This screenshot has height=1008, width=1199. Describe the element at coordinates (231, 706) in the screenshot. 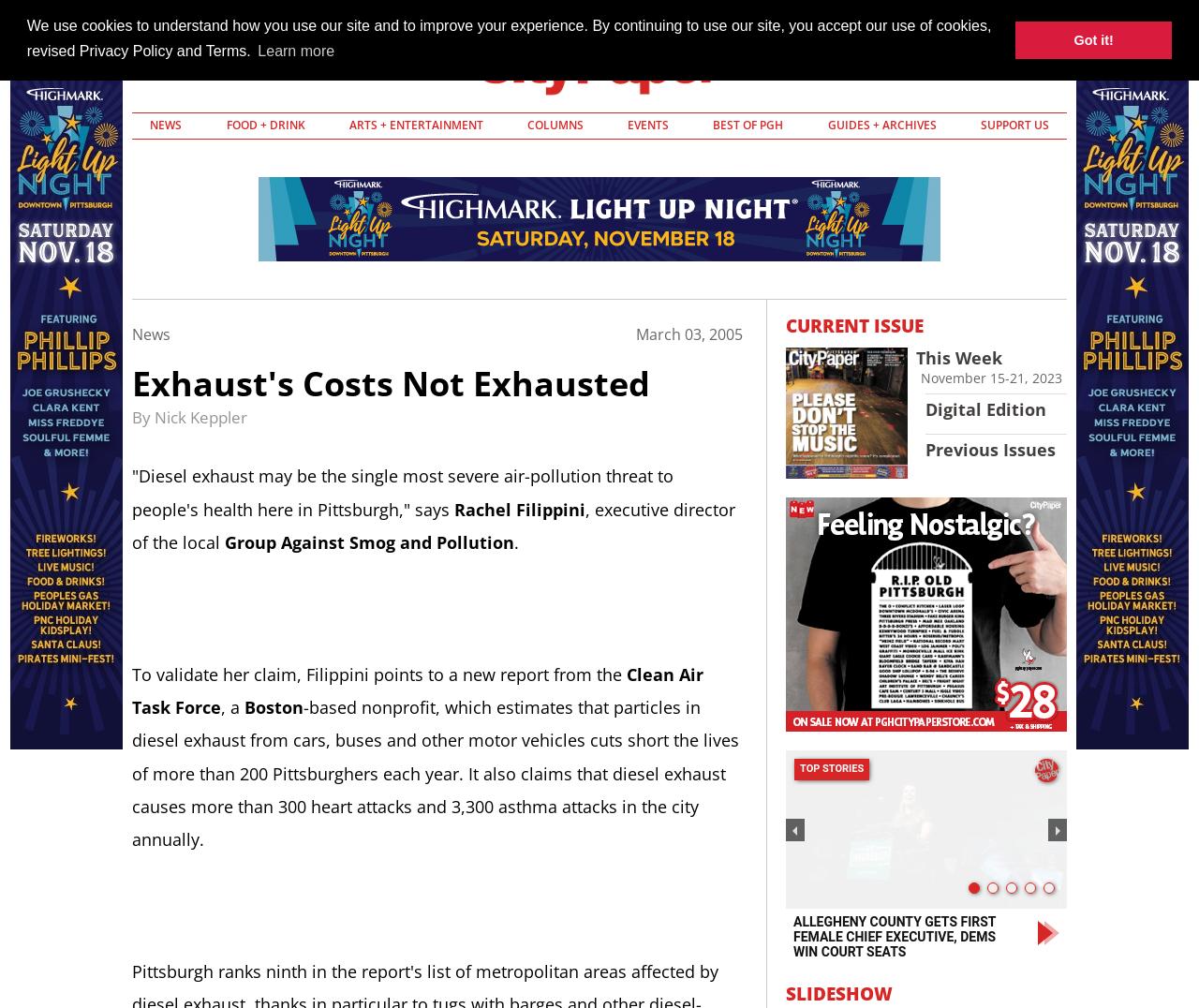

I see `', a'` at that location.